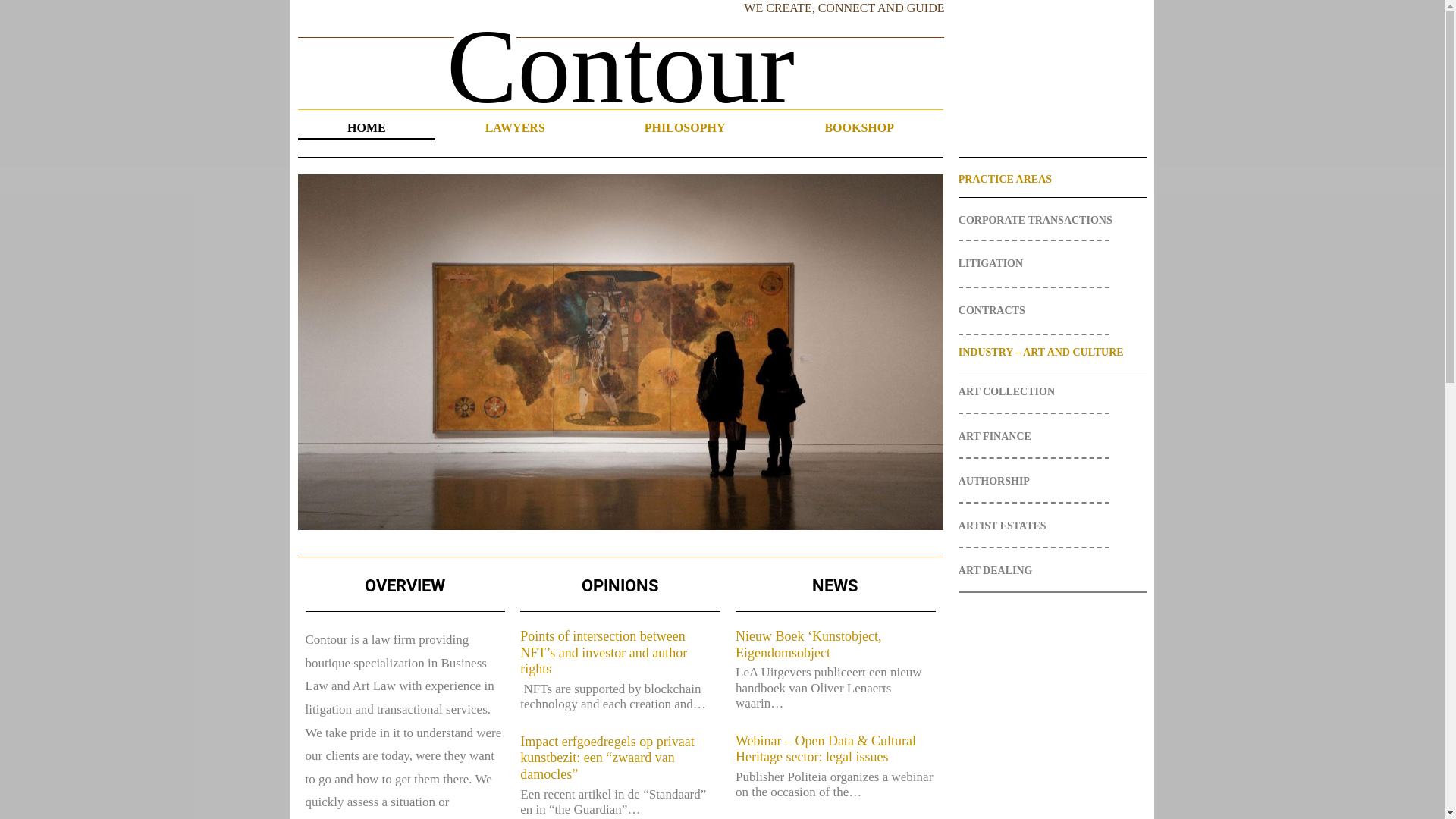 The width and height of the screenshot is (1456, 819). I want to click on 'LAWYERS', so click(514, 127).